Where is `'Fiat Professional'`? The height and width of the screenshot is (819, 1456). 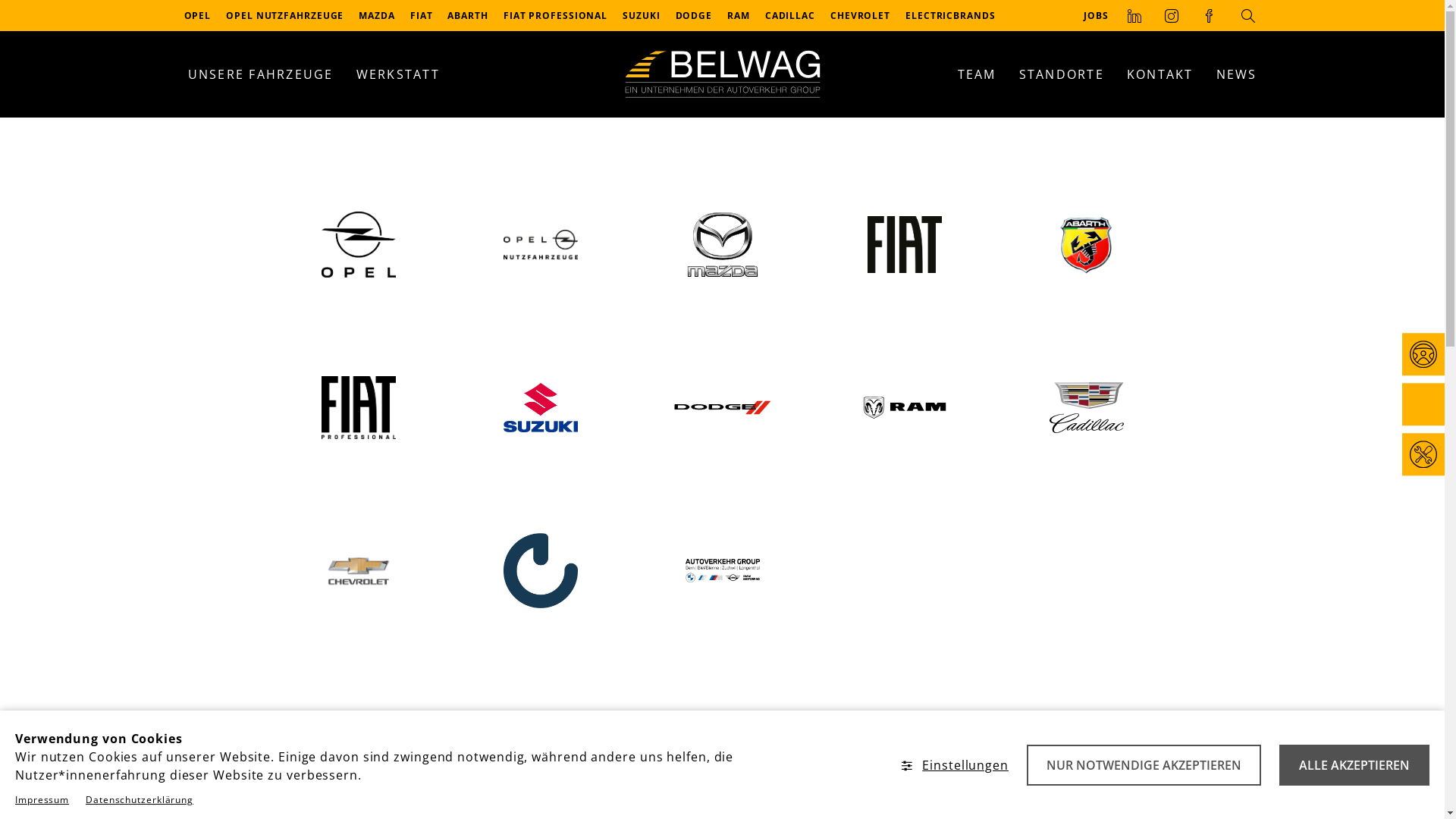 'Fiat Professional' is located at coordinates (358, 406).